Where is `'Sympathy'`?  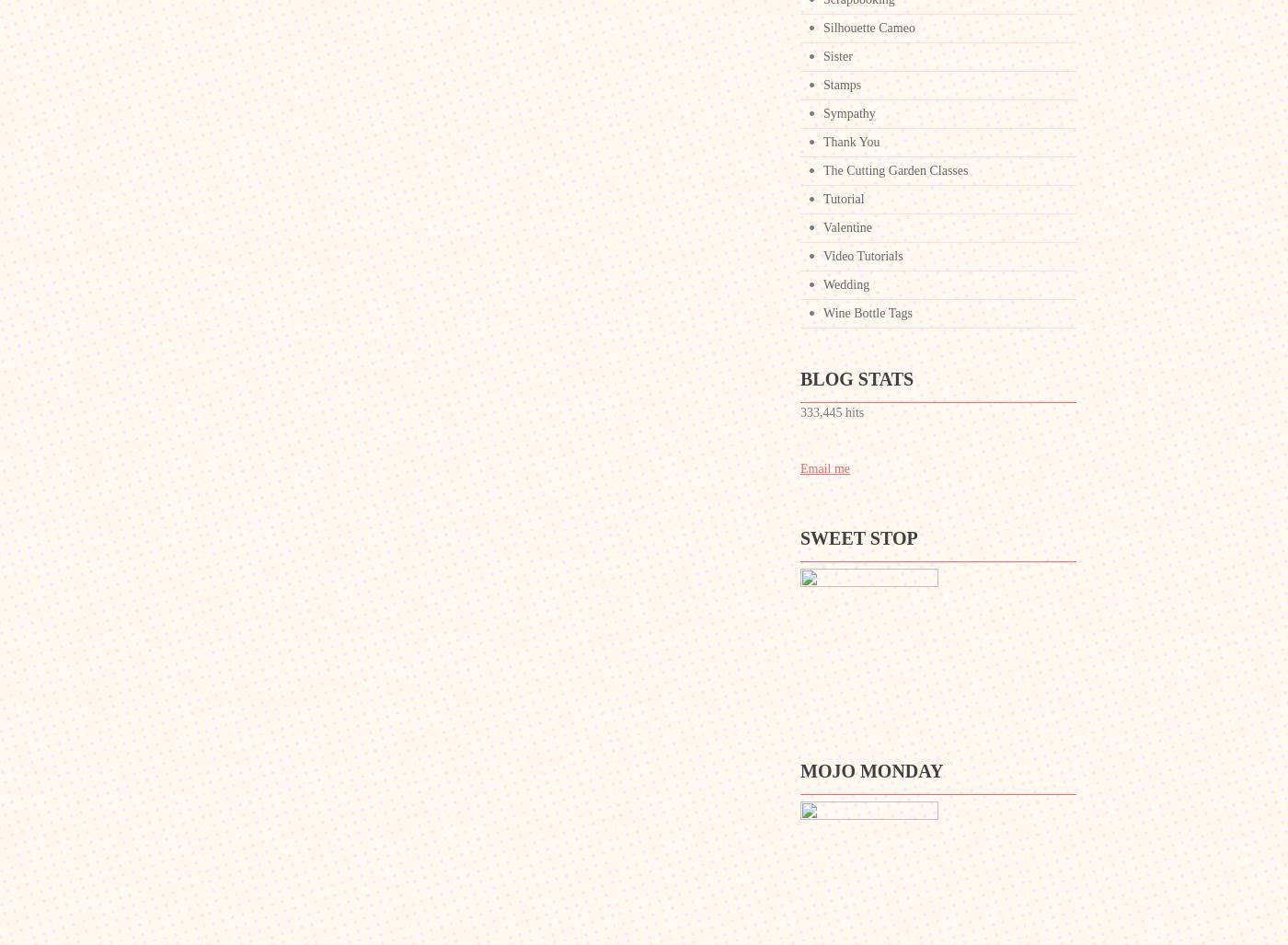 'Sympathy' is located at coordinates (822, 113).